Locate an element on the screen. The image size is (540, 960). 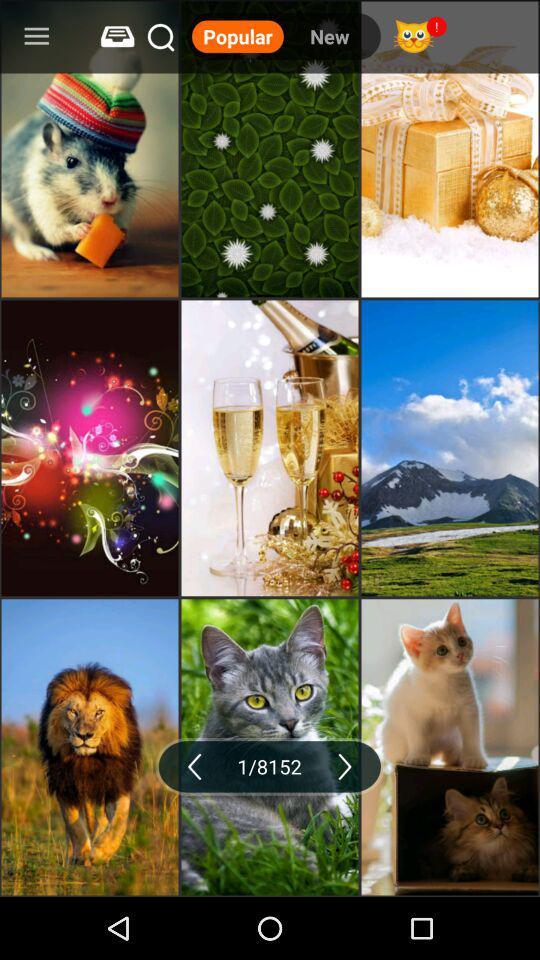
the 1/8152 icon is located at coordinates (269, 765).